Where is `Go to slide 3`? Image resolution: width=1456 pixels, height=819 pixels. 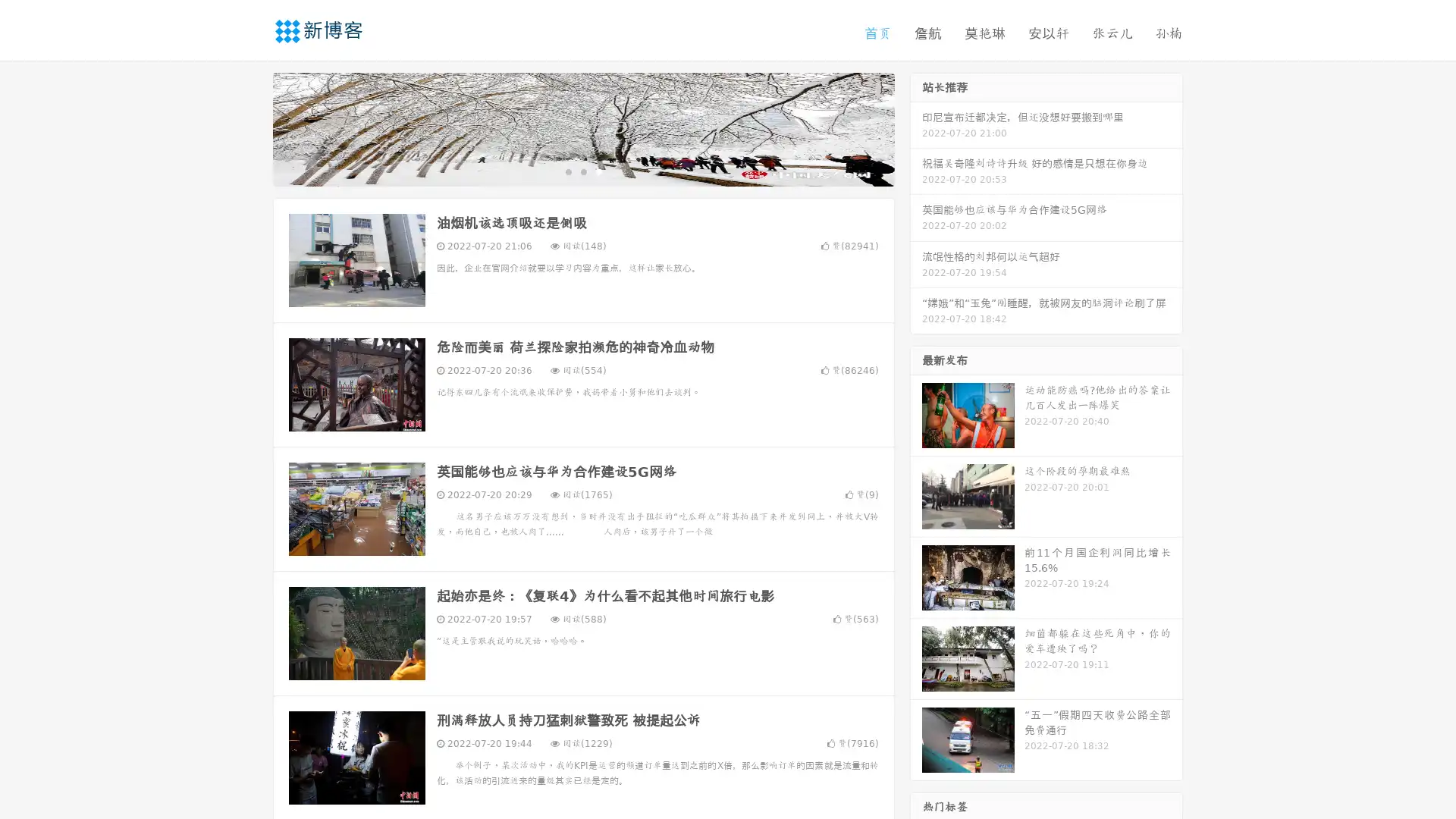
Go to slide 3 is located at coordinates (598, 171).